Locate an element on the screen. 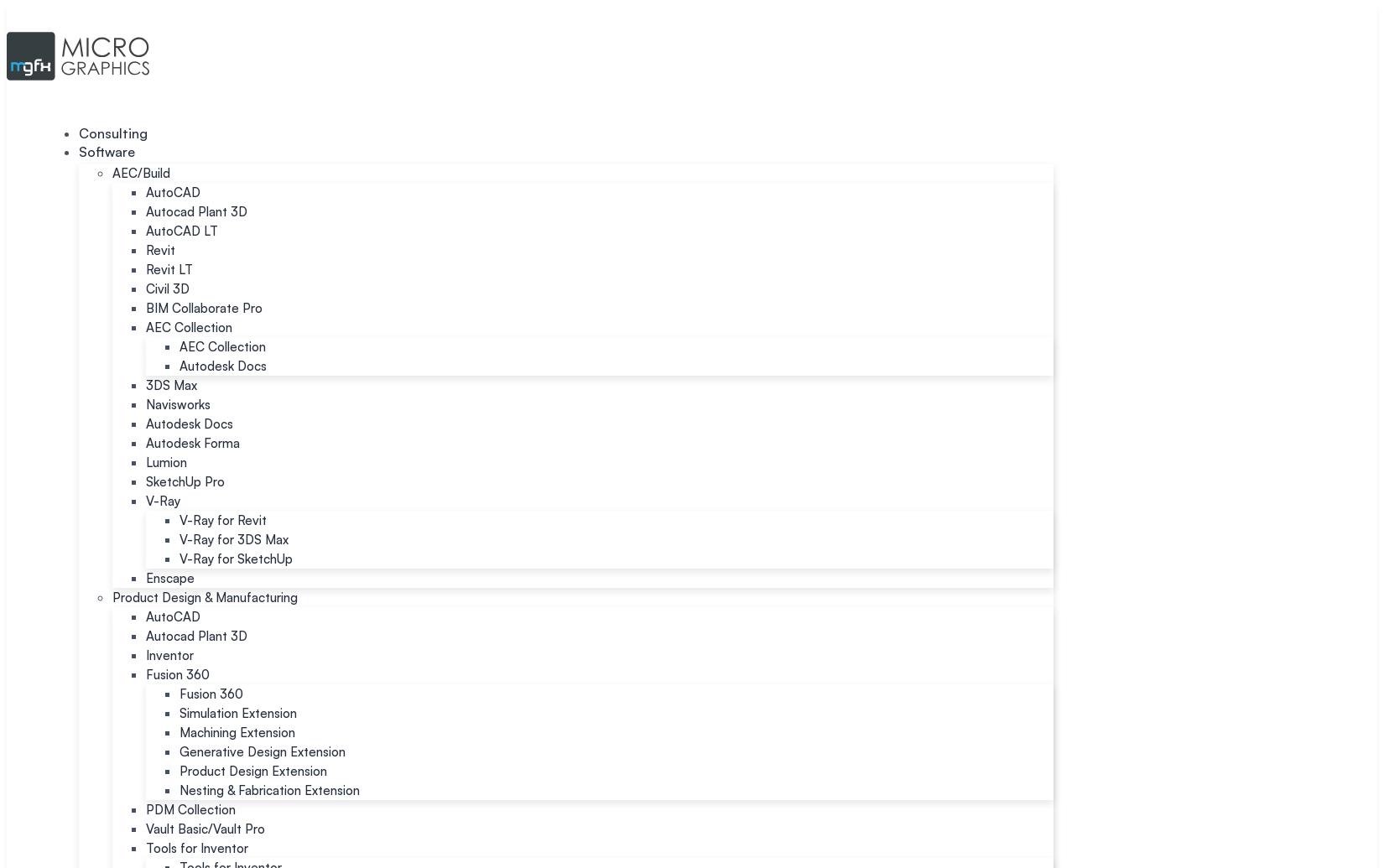 Image resolution: width=1384 pixels, height=868 pixels. 'AutoCAD LT' is located at coordinates (181, 231).